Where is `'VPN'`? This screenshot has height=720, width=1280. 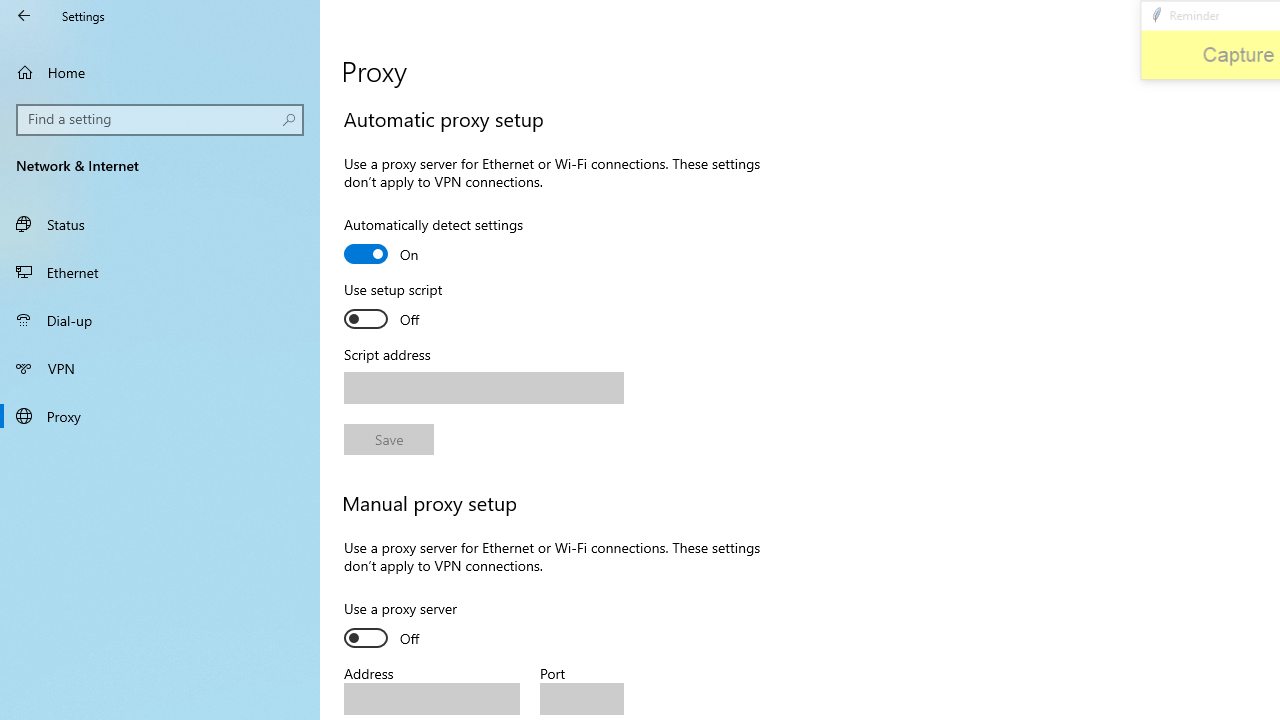
'VPN' is located at coordinates (160, 367).